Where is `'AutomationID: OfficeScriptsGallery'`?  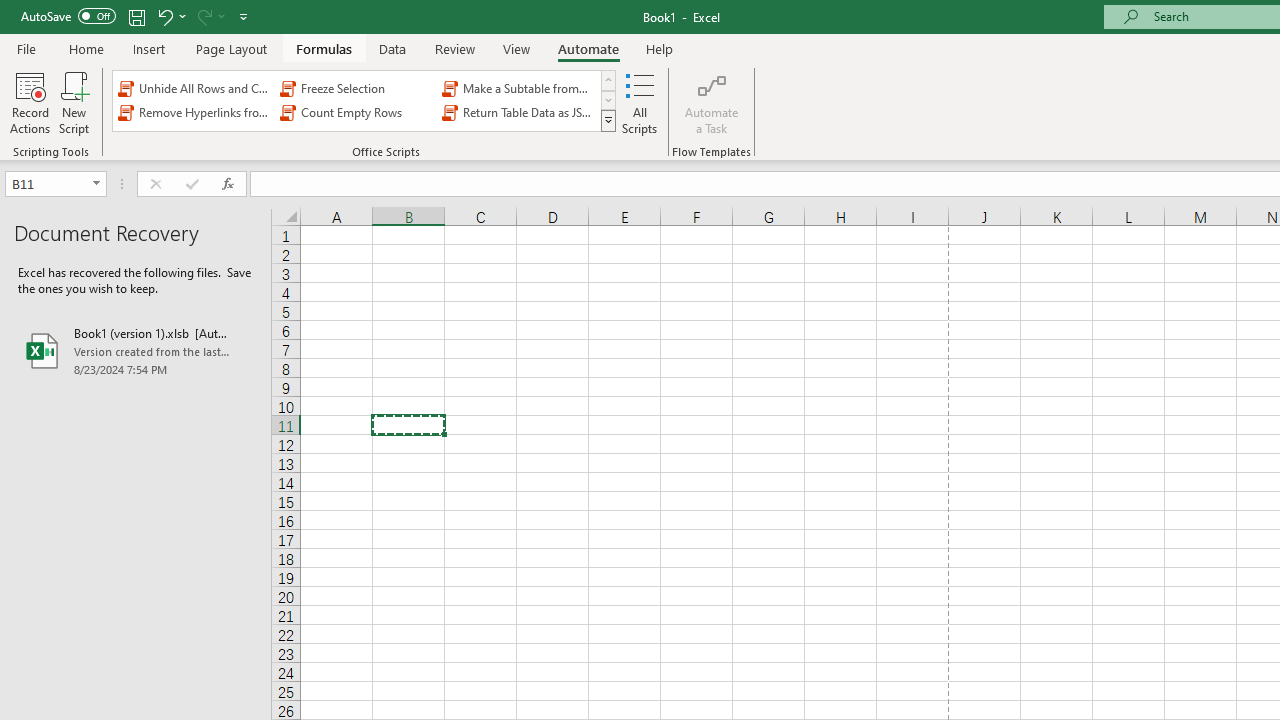 'AutomationID: OfficeScriptsGallery' is located at coordinates (365, 100).